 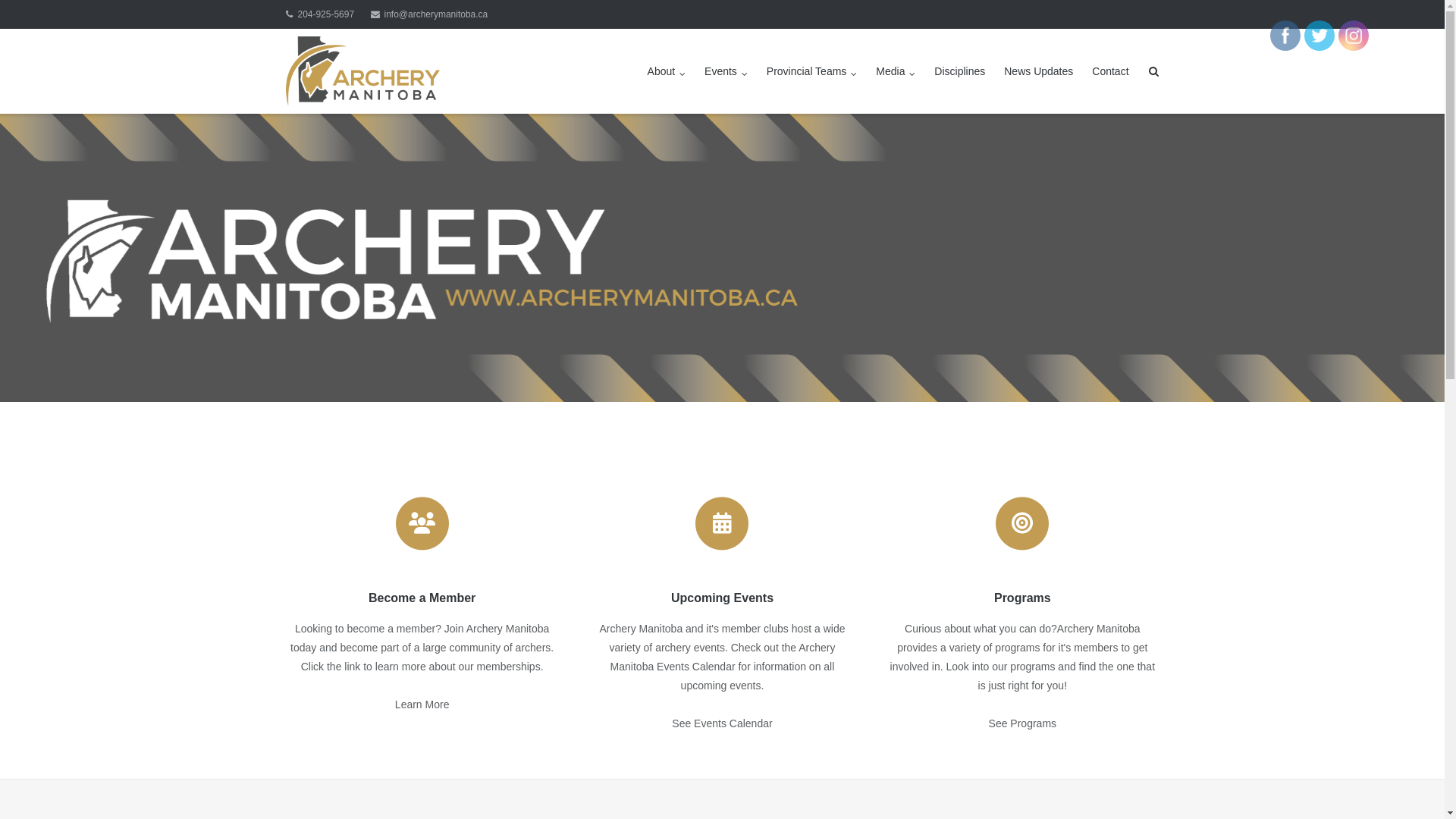 What do you see at coordinates (1022, 722) in the screenshot?
I see `'See Programs'` at bounding box center [1022, 722].